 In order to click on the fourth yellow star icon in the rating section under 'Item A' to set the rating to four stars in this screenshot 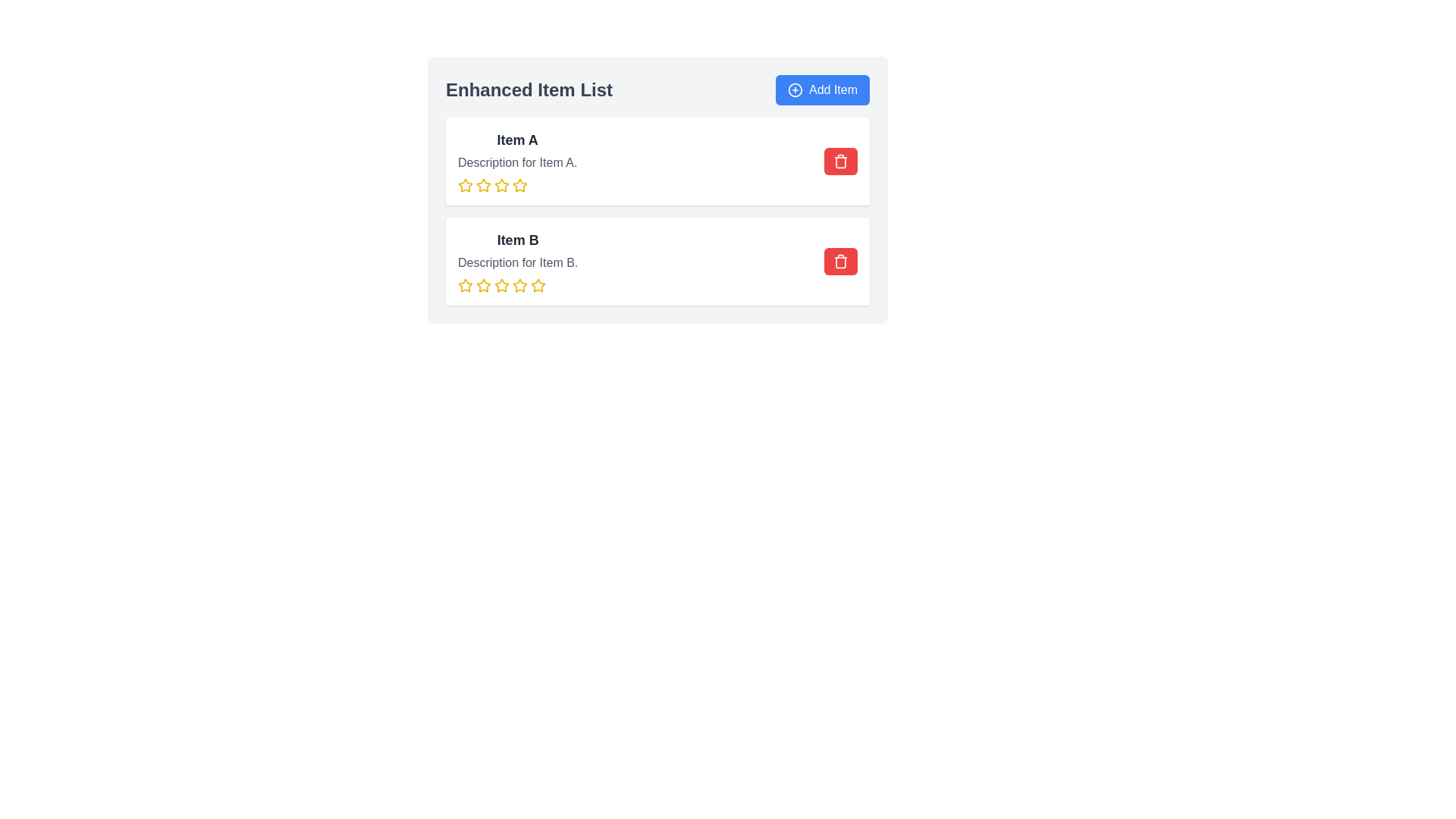, I will do `click(502, 185)`.